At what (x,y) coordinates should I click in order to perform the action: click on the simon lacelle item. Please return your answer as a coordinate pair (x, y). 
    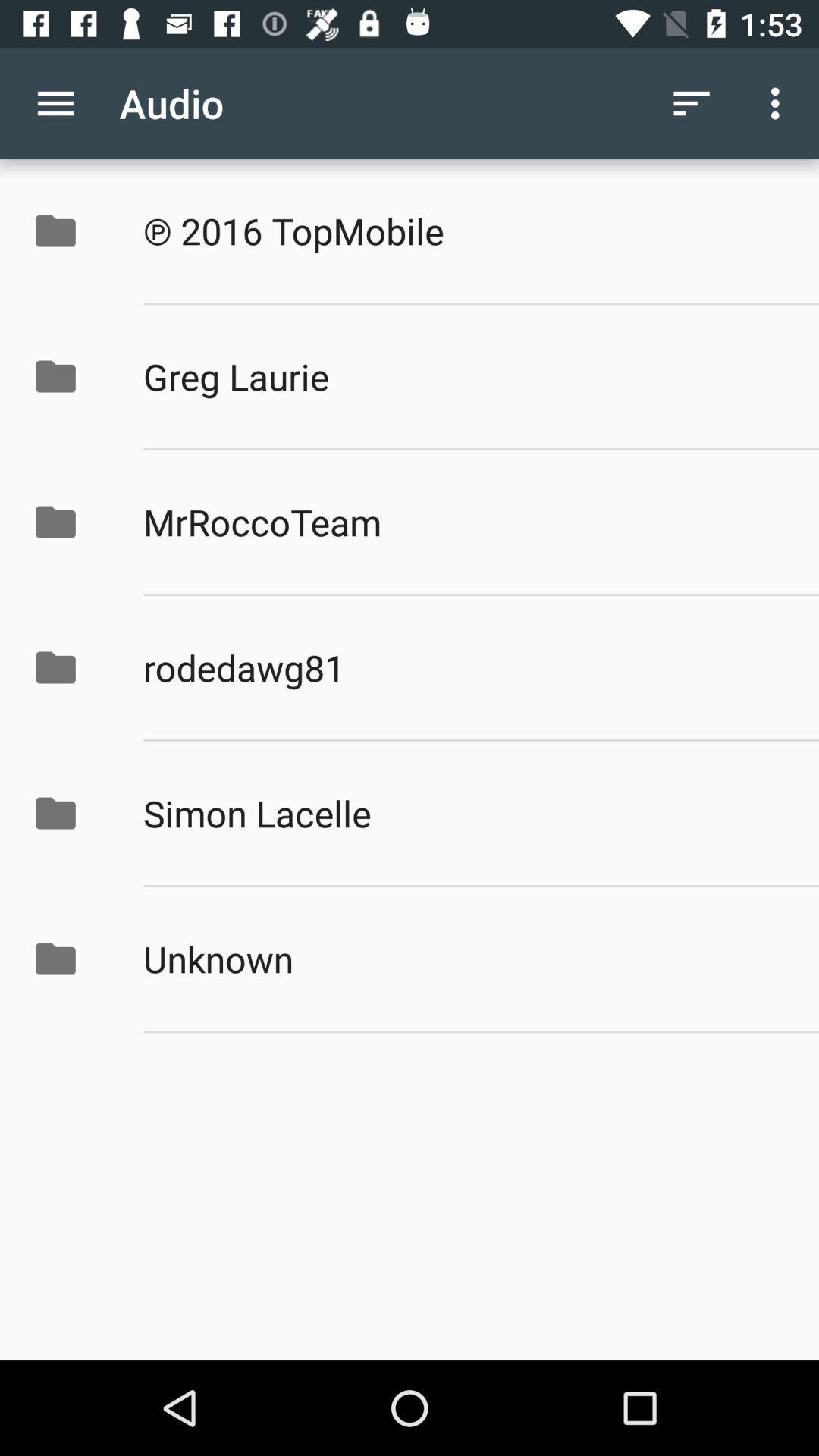
    Looking at the image, I should click on (464, 812).